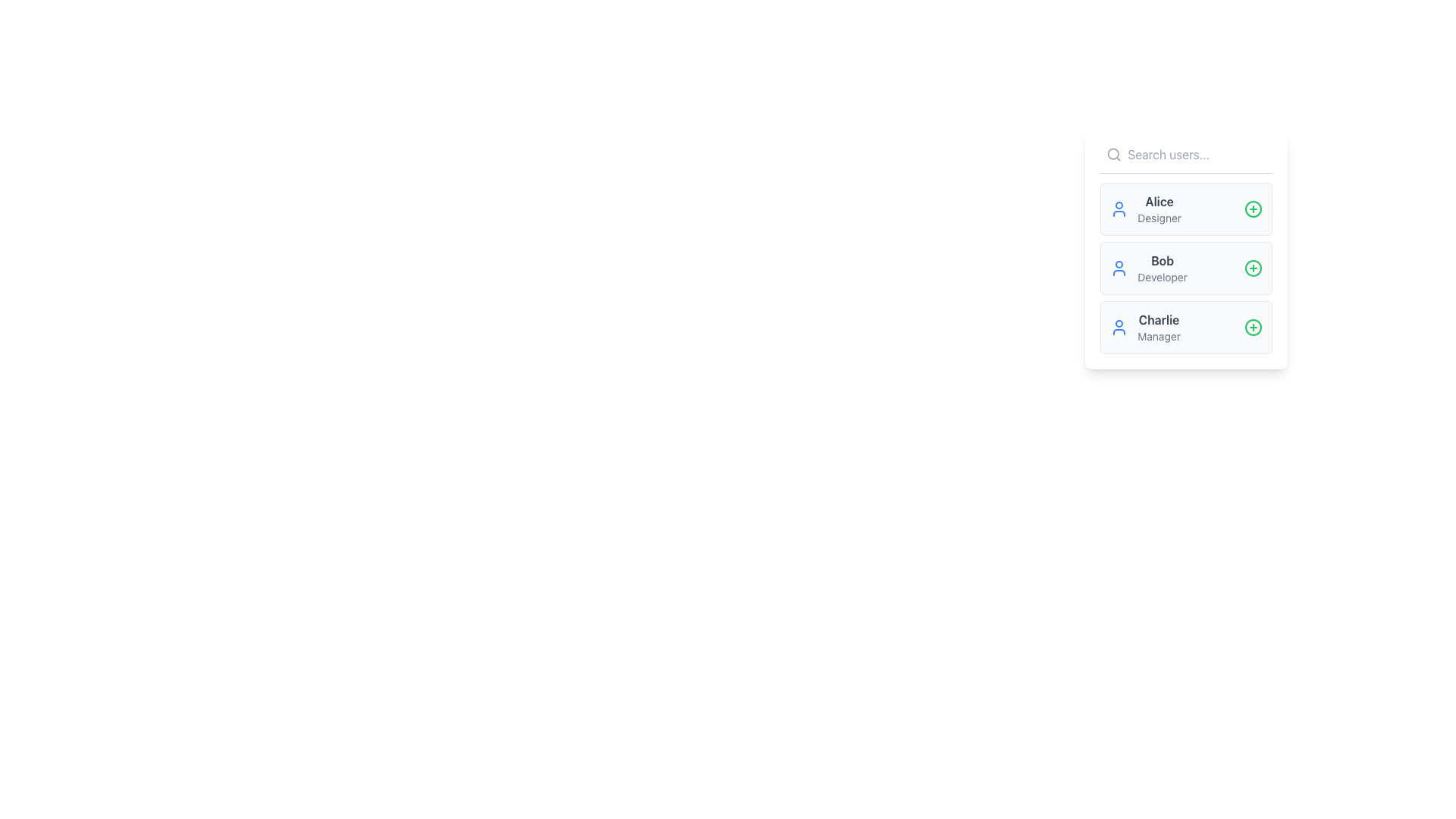 This screenshot has width=1456, height=819. What do you see at coordinates (1185, 268) in the screenshot?
I see `the user profile entry for 'Bob Developer' in the second position of the vertical list` at bounding box center [1185, 268].